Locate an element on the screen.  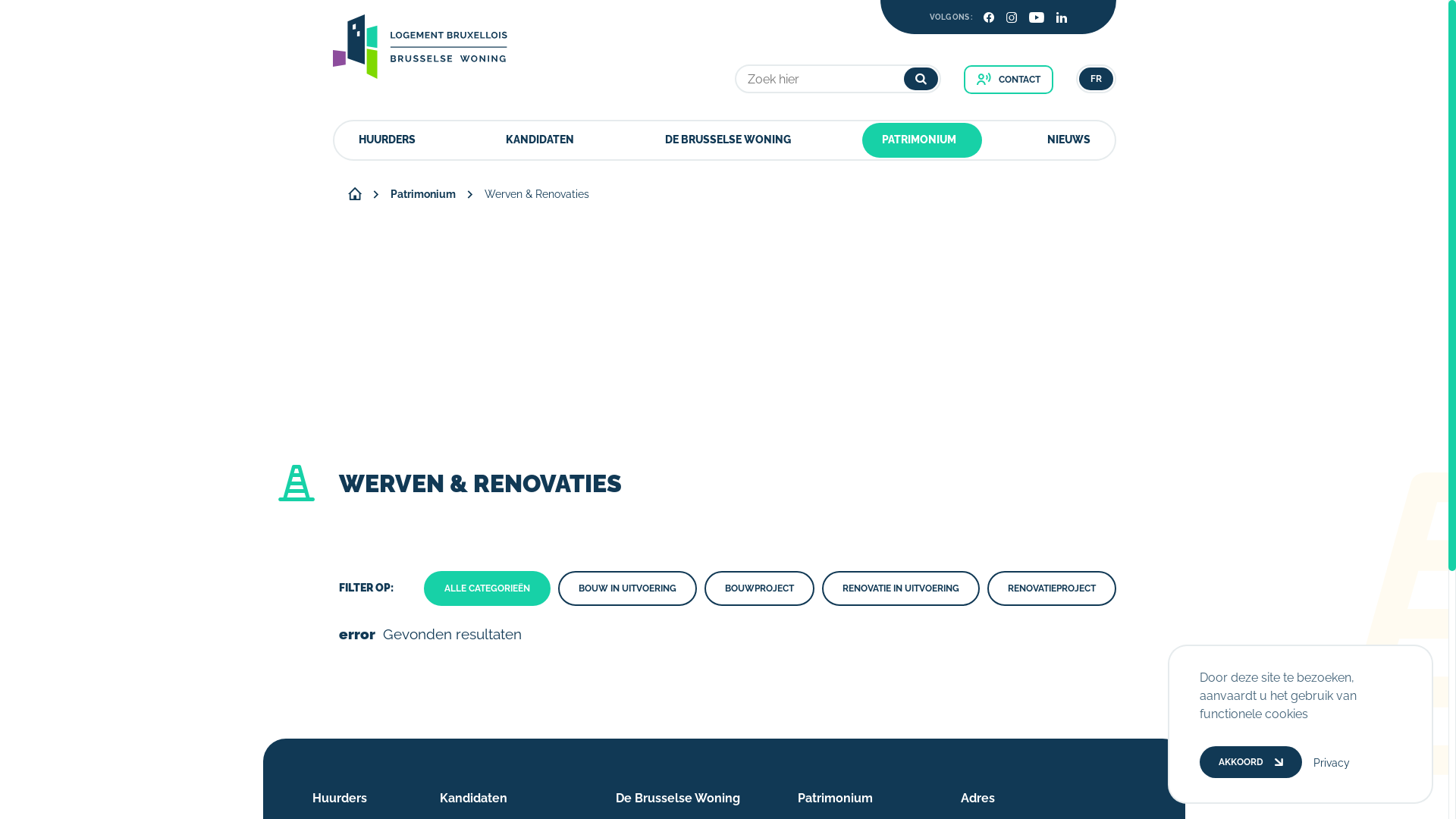
'FR' is located at coordinates (1095, 79).